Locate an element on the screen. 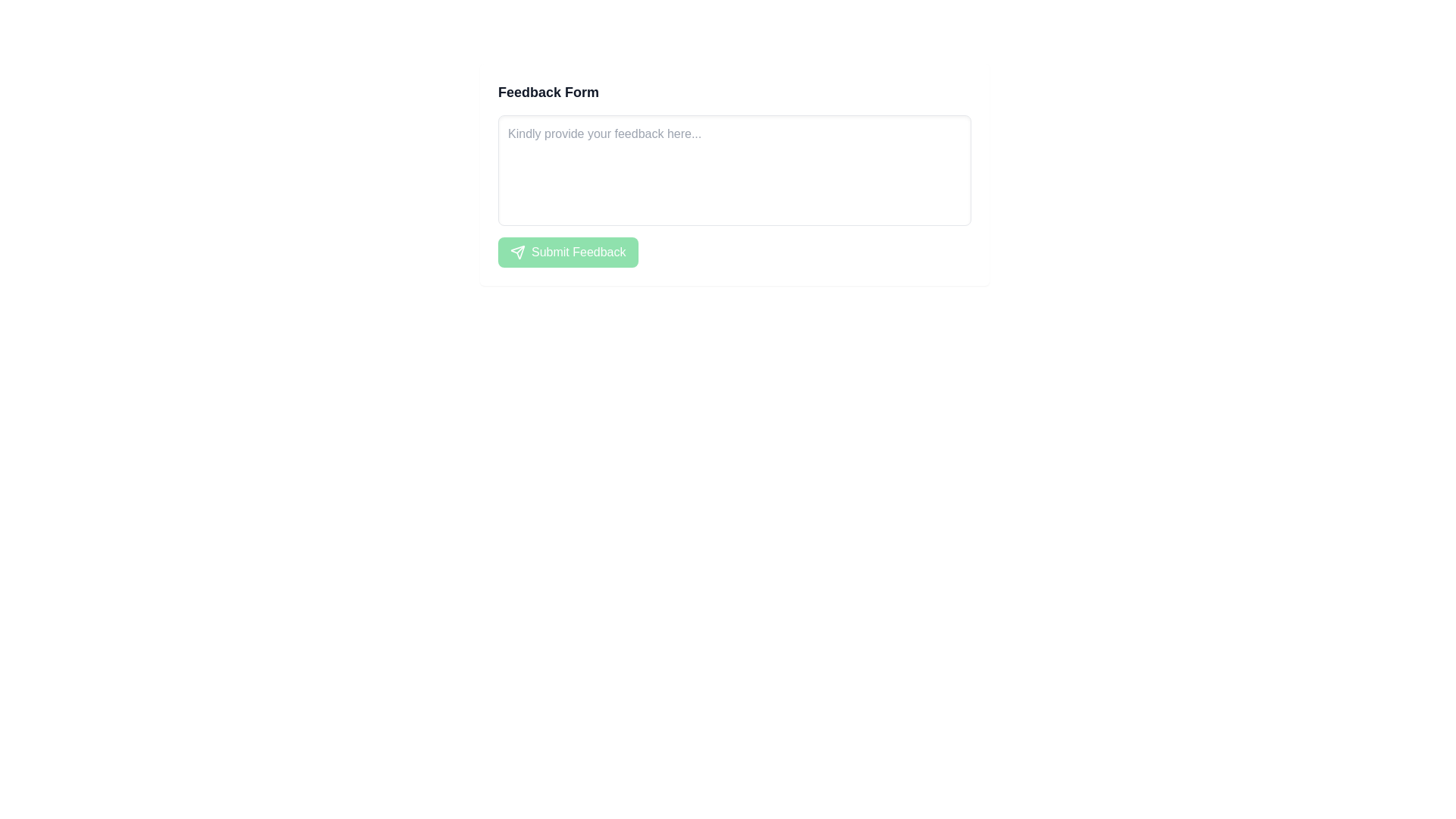 Image resolution: width=1456 pixels, height=819 pixels. the 'Submit Feedback' label which is located inside a green button with white text, part of the feedback submission interface is located at coordinates (578, 251).